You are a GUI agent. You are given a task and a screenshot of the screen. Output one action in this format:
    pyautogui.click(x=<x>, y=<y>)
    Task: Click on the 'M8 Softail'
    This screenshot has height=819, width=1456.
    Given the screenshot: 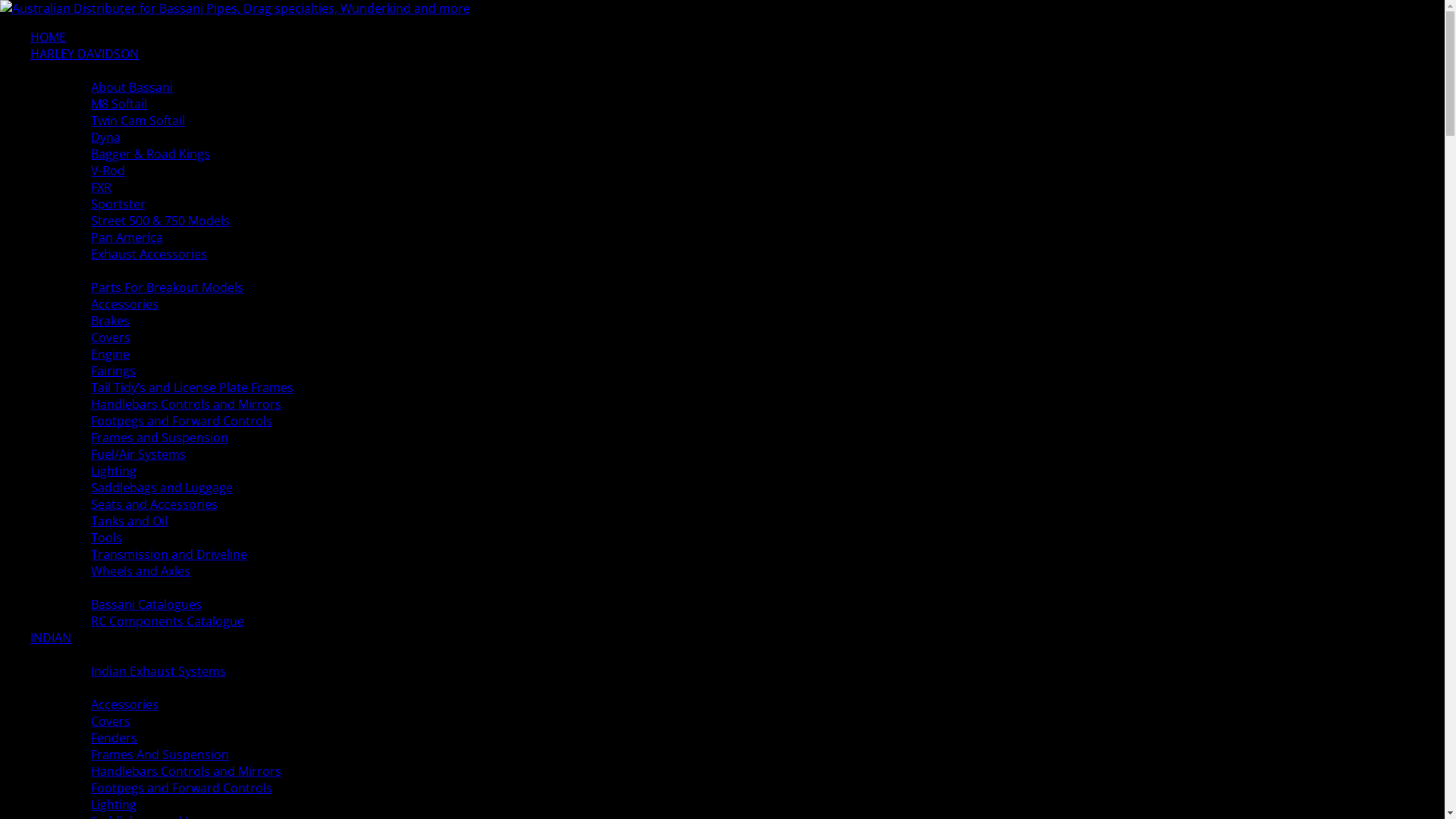 What is the action you would take?
    pyautogui.click(x=118, y=103)
    